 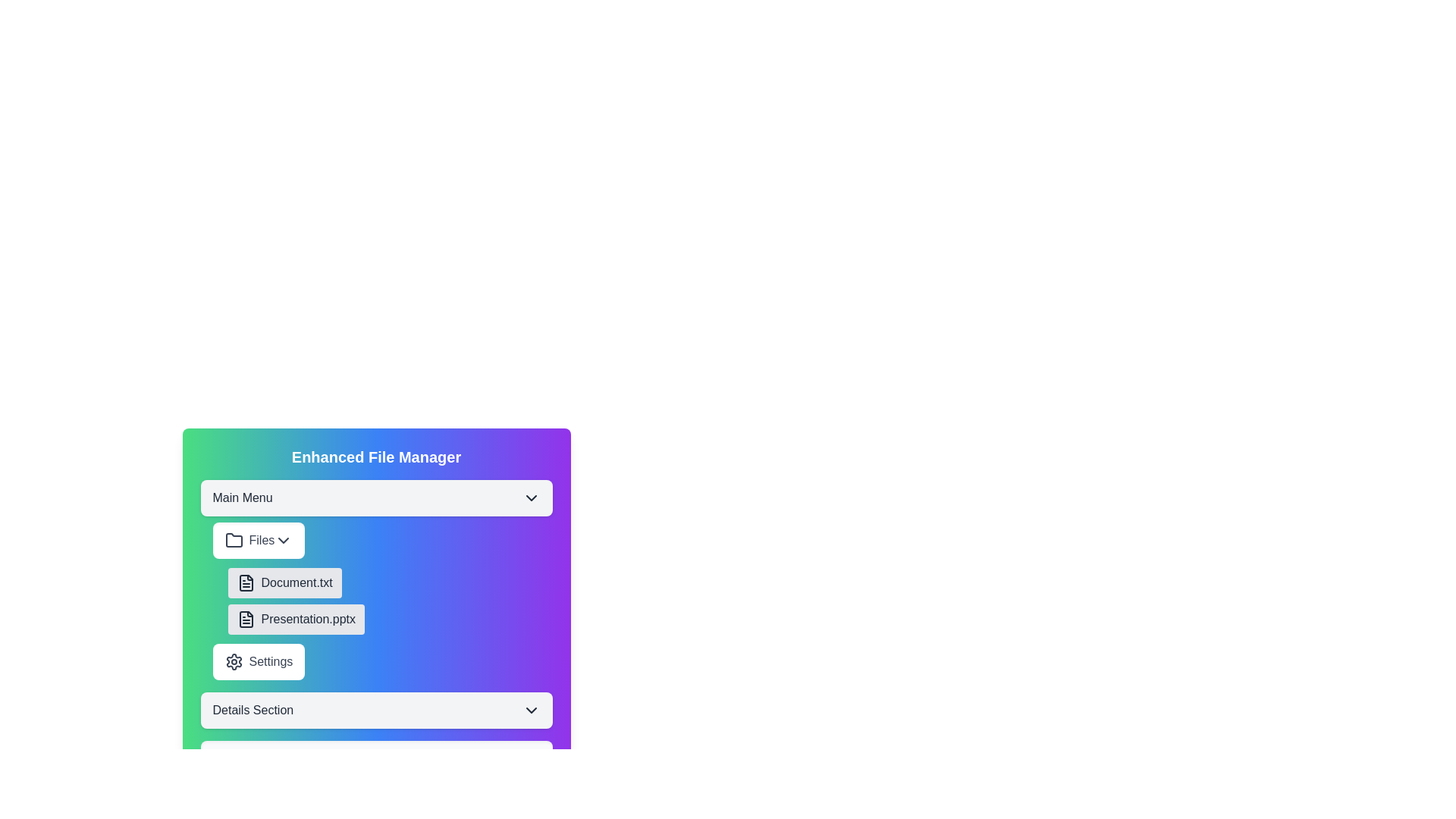 What do you see at coordinates (243, 497) in the screenshot?
I see `the text label indicating the functionality of the associated dropdown menu located beneath the header 'Enhanced File Manager'` at bounding box center [243, 497].